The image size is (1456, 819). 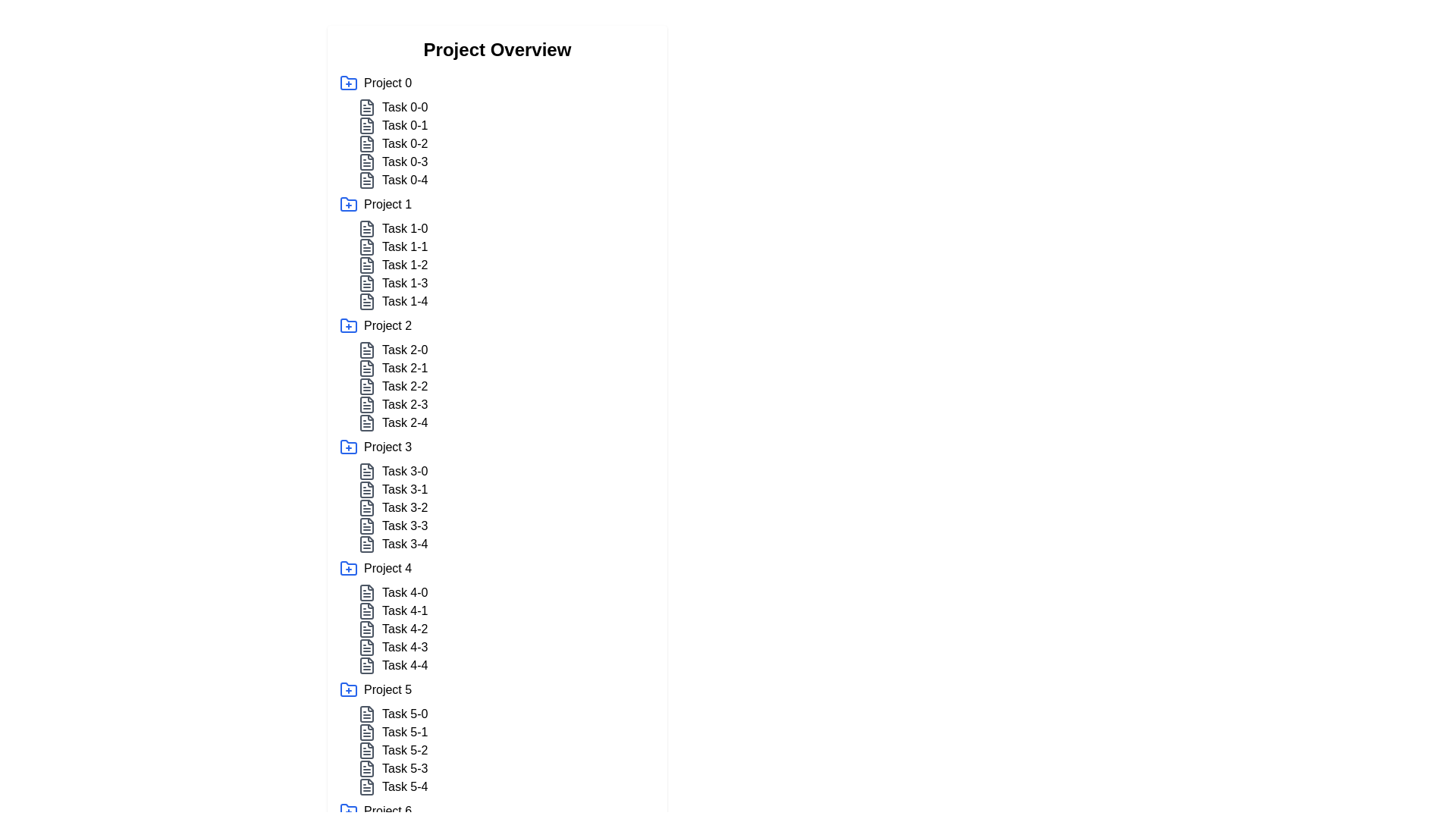 What do you see at coordinates (405, 731) in the screenshot?
I see `the text label displaying 'Task 5-1'` at bounding box center [405, 731].